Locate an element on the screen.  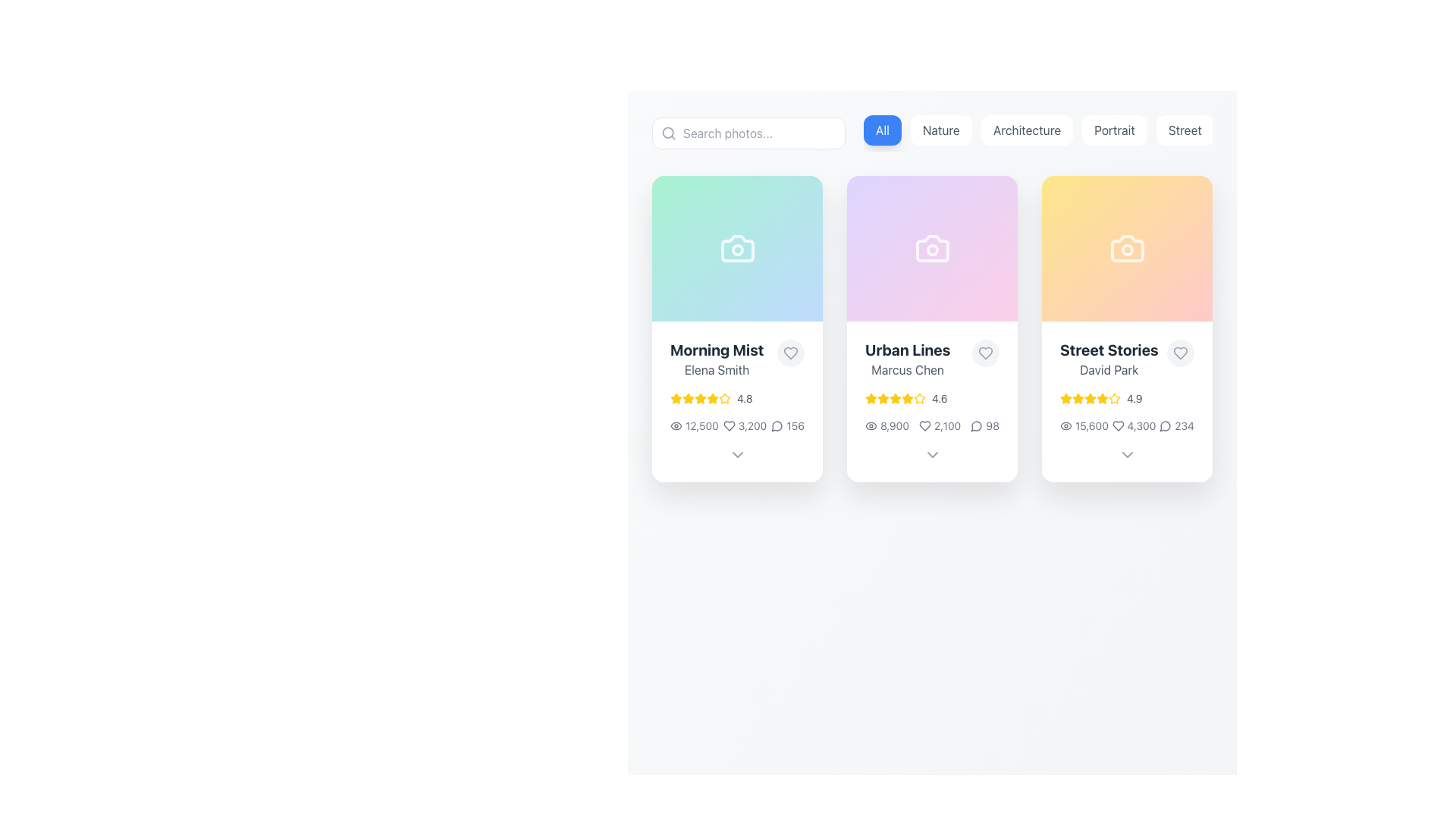
the speech bubble icon representing the comment functionality, located to the right of the heart icon and the '4,300' text is located at coordinates (1165, 426).